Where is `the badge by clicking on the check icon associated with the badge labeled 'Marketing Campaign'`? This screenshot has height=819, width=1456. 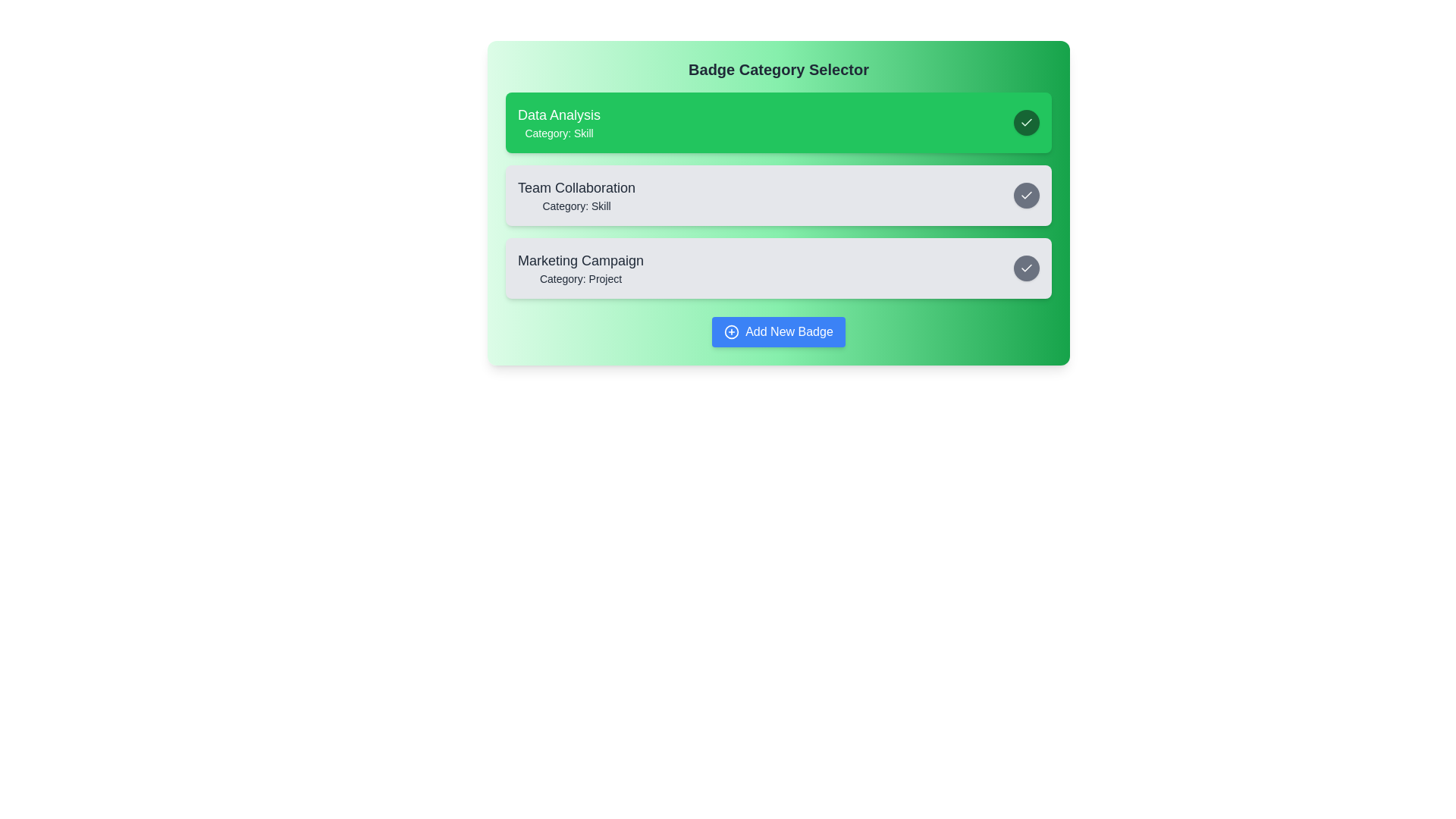 the badge by clicking on the check icon associated with the badge labeled 'Marketing Campaign' is located at coordinates (1026, 268).